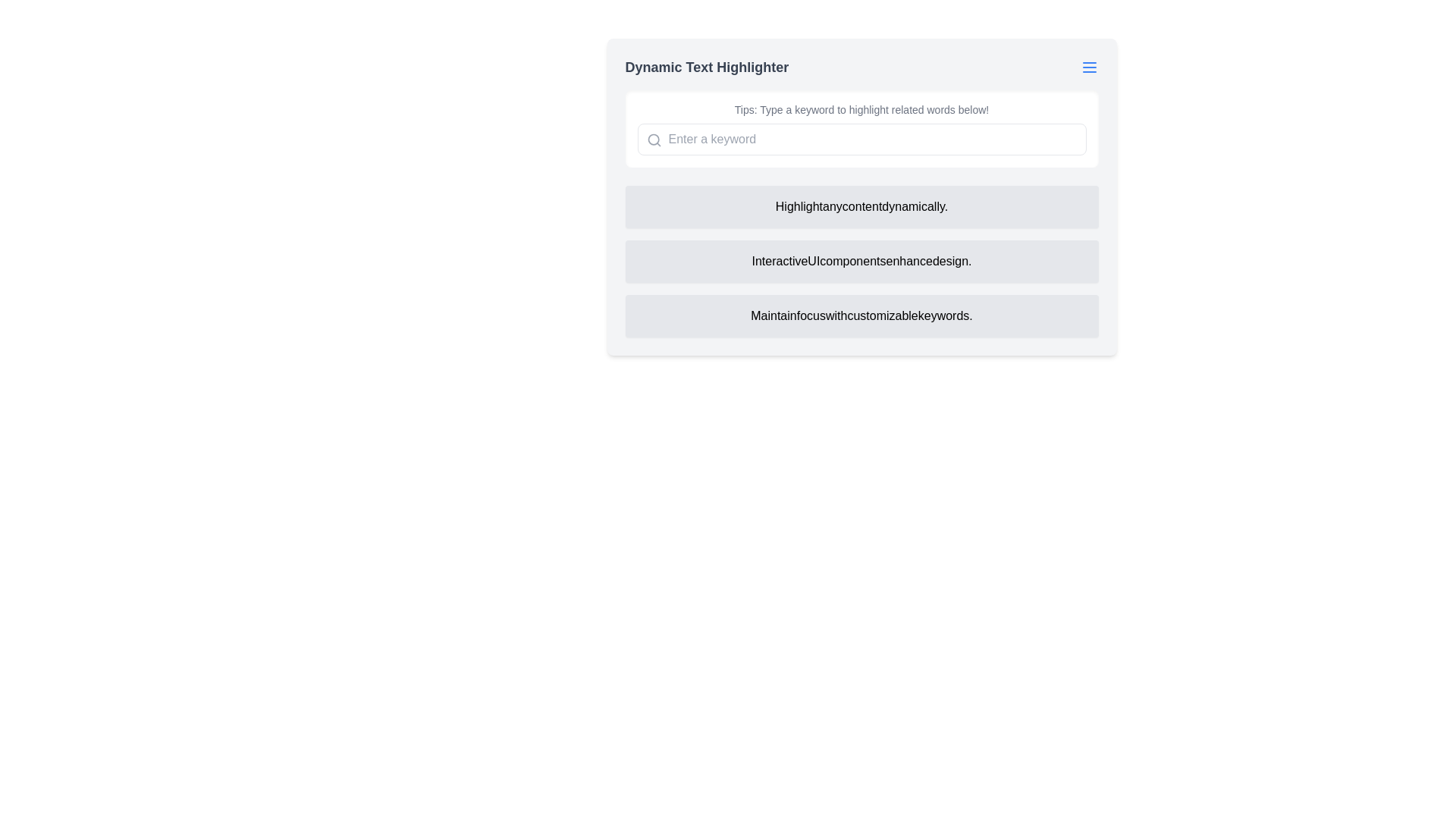 Image resolution: width=1456 pixels, height=819 pixels. Describe the element at coordinates (861, 315) in the screenshot. I see `text content of the A styled text display component that says 'Maintain focus with customizable keywords.'` at that location.